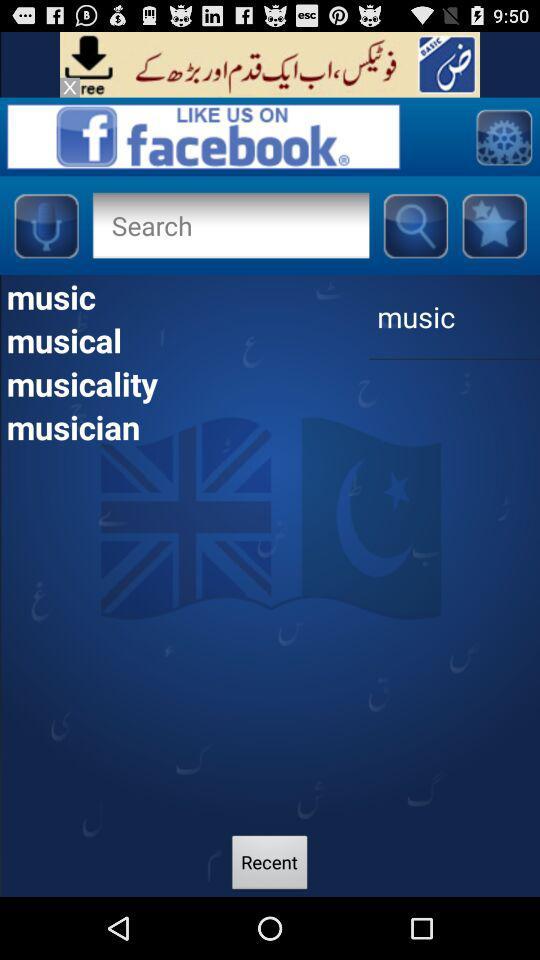  What do you see at coordinates (229, 225) in the screenshot?
I see `search bar` at bounding box center [229, 225].